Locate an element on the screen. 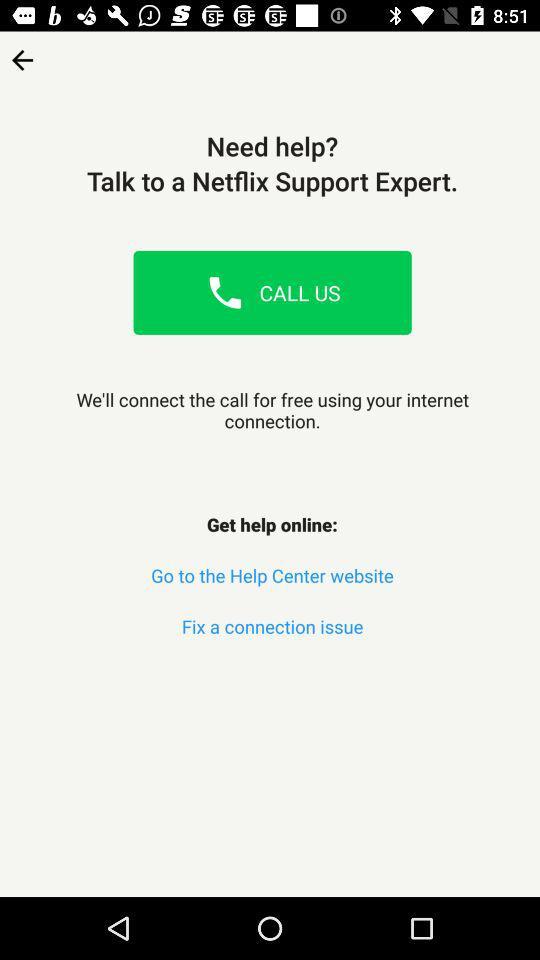 The image size is (540, 960). the icon to the left of call us is located at coordinates (224, 291).